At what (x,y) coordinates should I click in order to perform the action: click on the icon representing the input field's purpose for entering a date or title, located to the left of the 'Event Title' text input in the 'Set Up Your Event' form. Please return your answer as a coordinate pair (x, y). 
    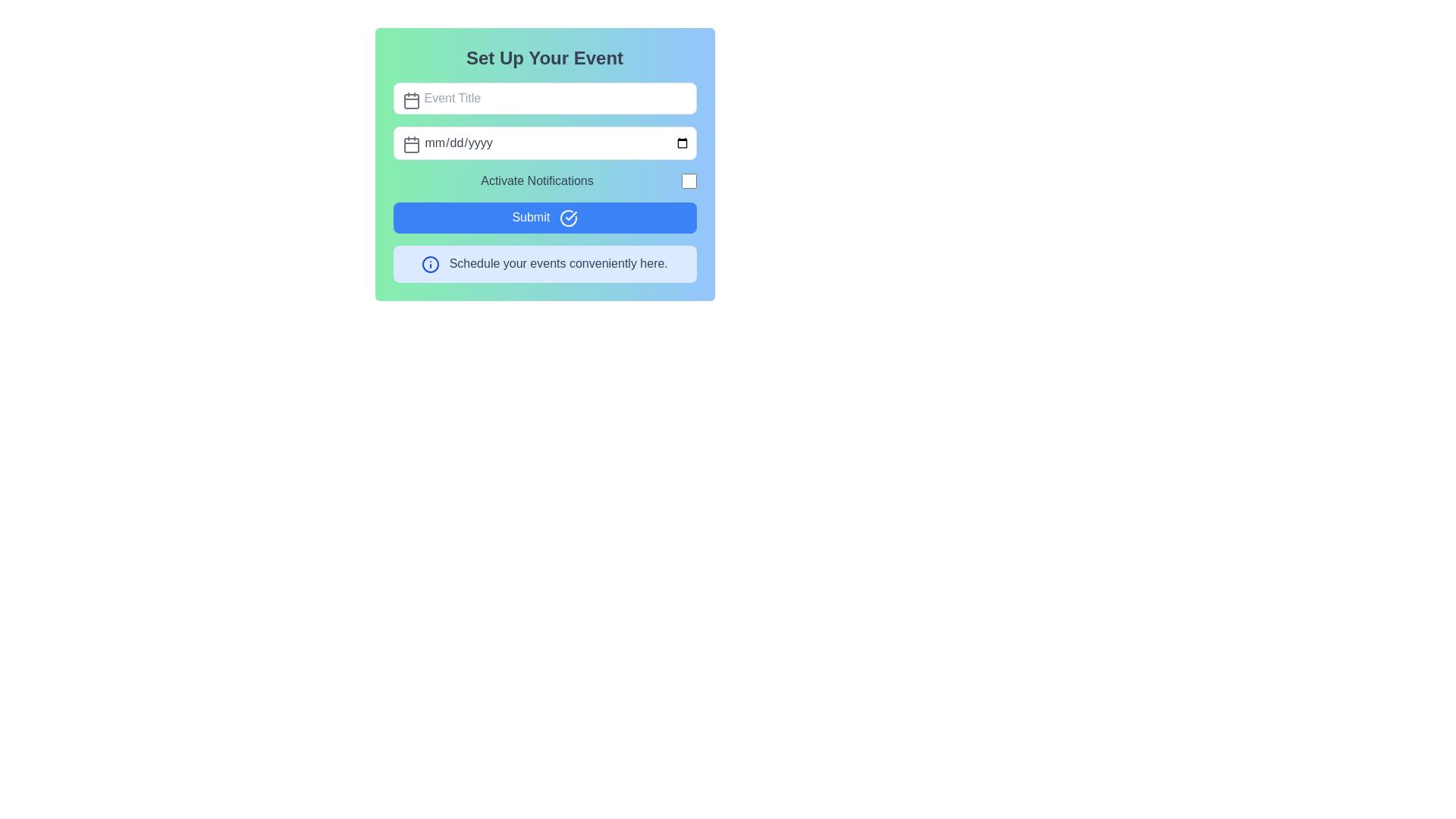
    Looking at the image, I should click on (411, 100).